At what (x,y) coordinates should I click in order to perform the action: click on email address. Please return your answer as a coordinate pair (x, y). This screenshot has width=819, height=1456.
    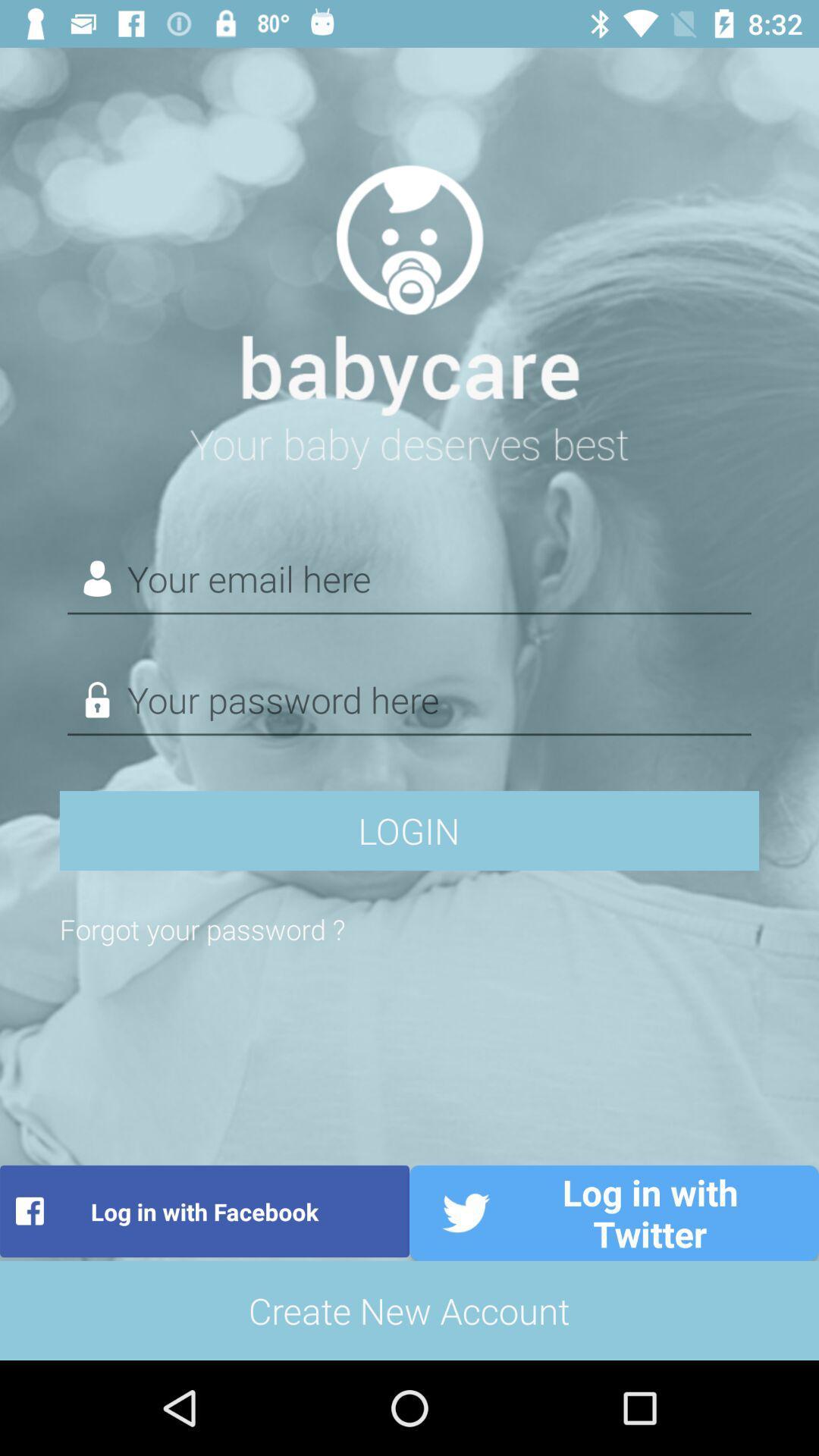
    Looking at the image, I should click on (409, 579).